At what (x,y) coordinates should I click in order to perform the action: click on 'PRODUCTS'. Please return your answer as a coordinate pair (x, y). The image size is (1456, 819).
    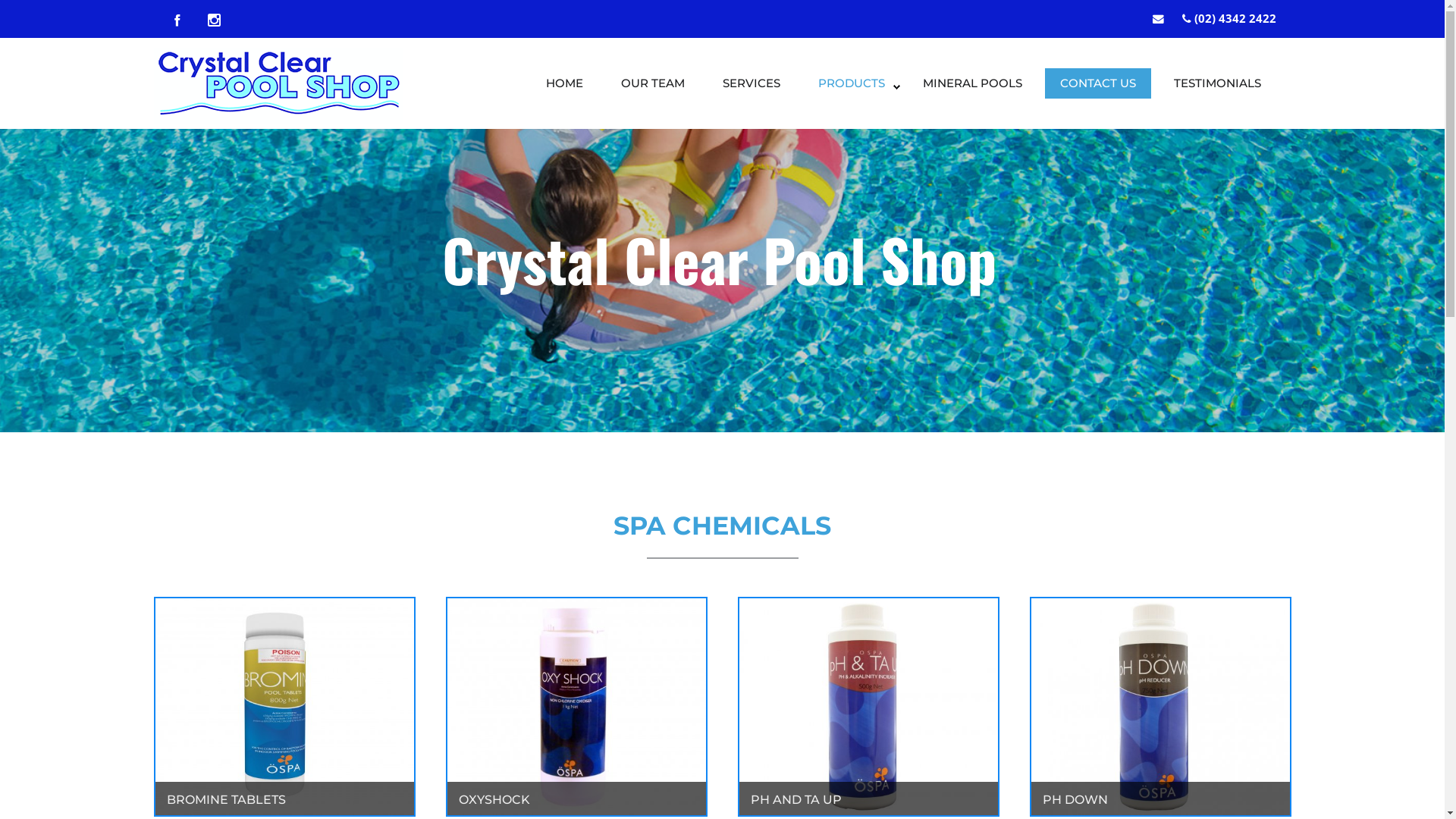
    Looking at the image, I should click on (801, 87).